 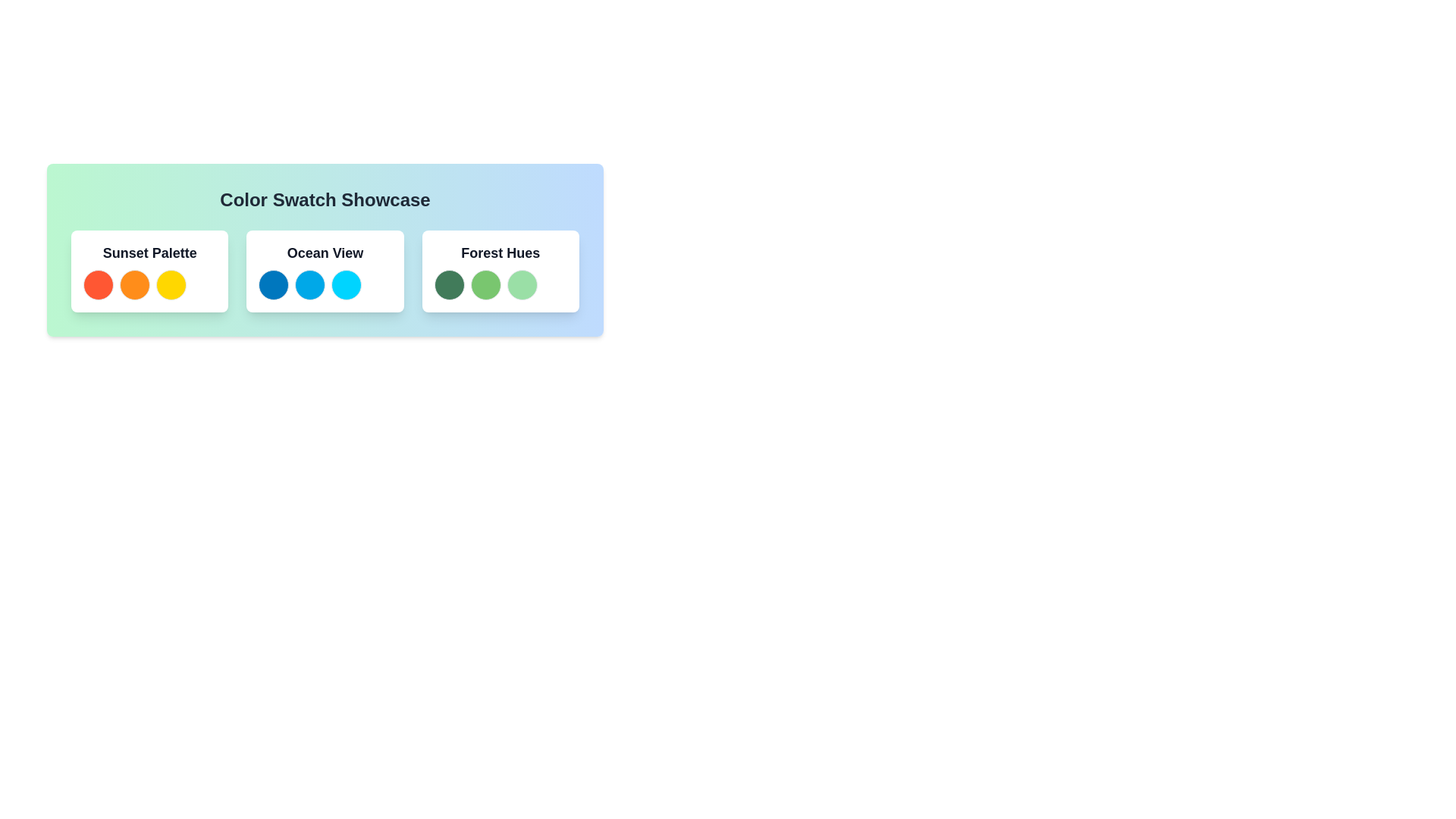 I want to click on the leftmost blue color swatch in the 'Ocean View' group, which is a rounded circular UI component located below the 'Color Swatch Showcase' title, so click(x=274, y=284).